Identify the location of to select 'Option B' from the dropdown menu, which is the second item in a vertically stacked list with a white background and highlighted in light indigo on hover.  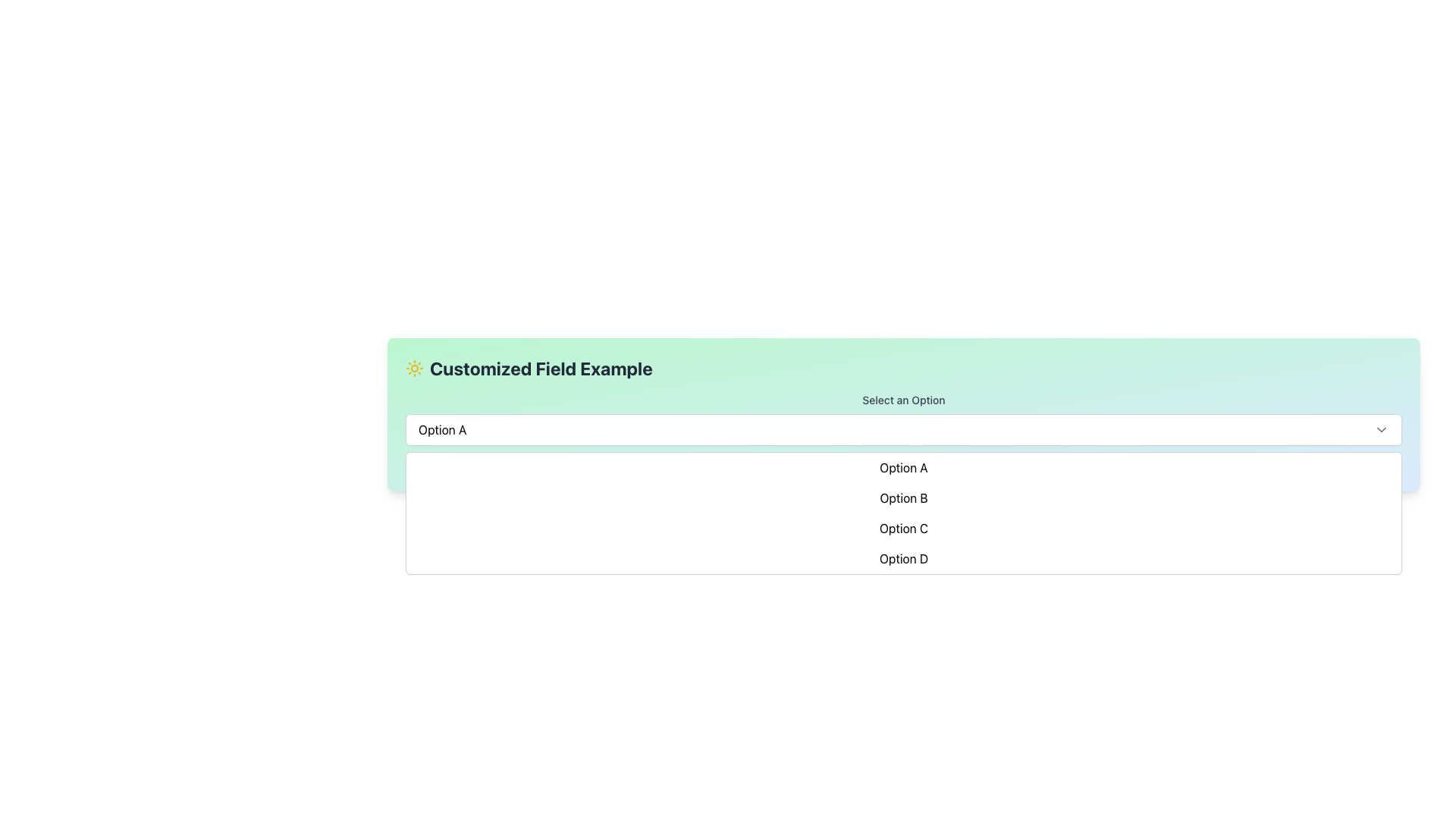
(903, 497).